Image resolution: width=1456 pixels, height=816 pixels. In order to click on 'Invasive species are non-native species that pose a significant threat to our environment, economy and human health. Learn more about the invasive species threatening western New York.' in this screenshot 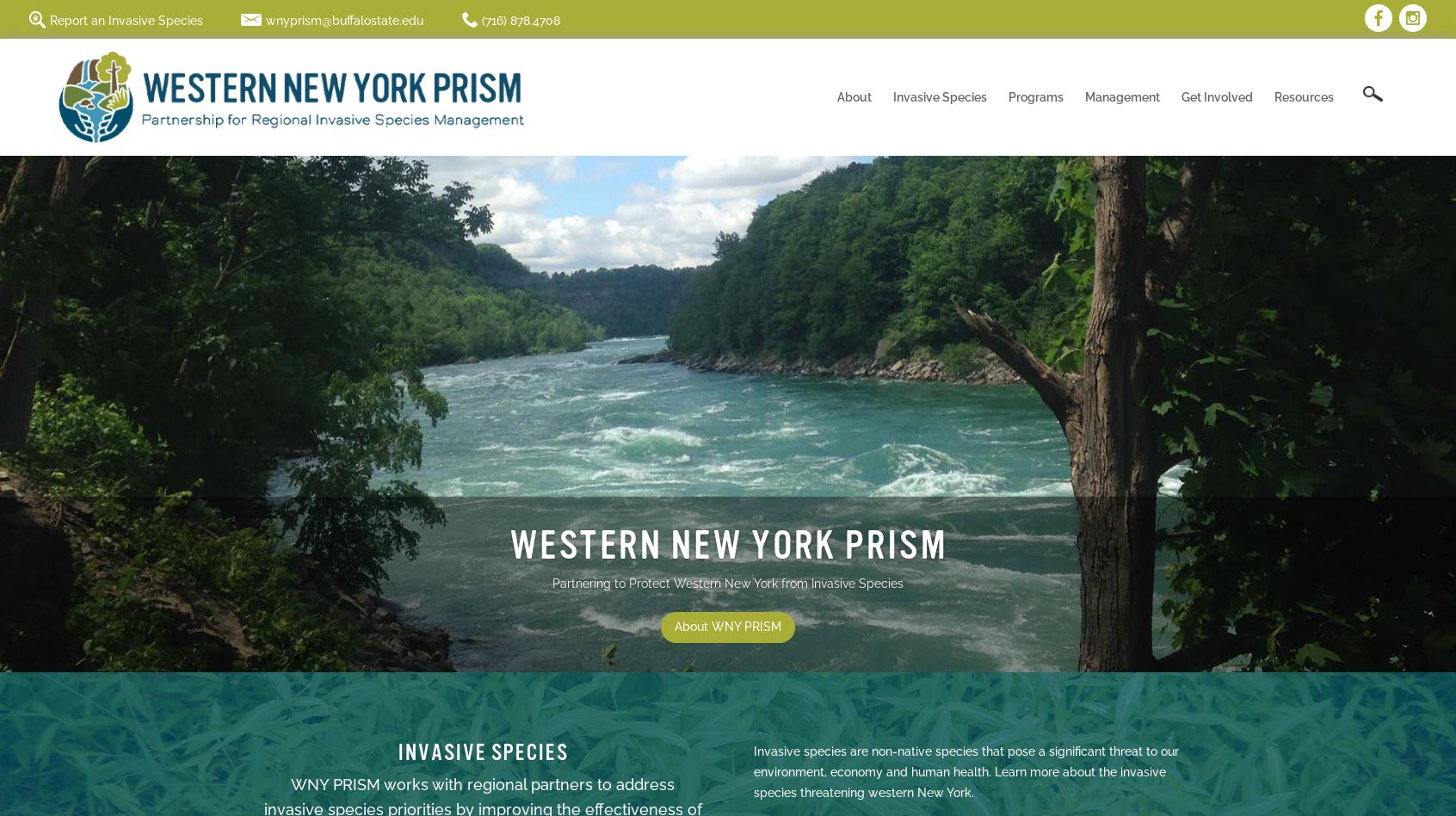, I will do `click(965, 770)`.